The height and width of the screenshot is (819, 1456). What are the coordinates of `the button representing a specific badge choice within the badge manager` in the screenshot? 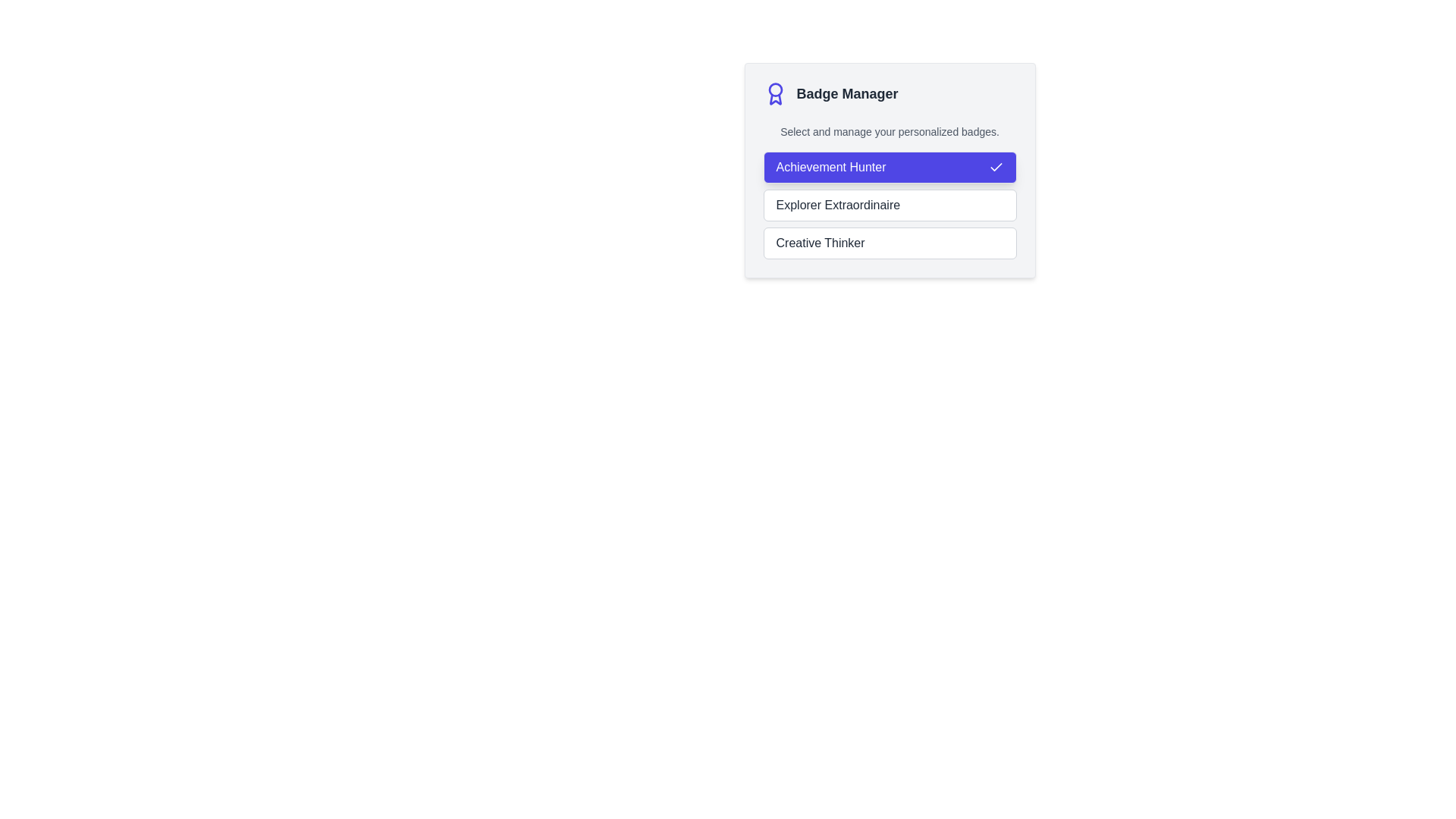 It's located at (890, 205).